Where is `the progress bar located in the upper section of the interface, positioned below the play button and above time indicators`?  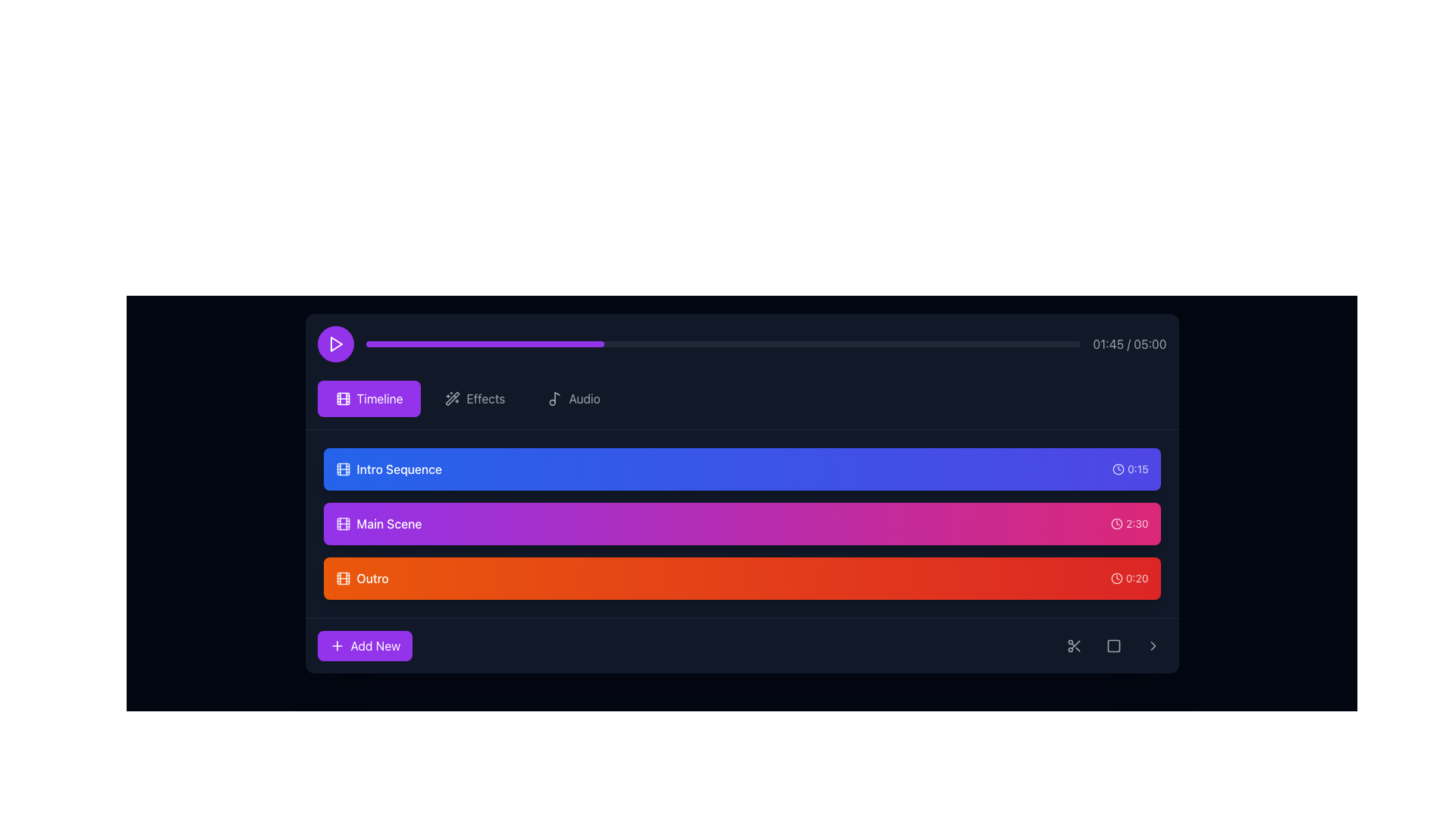 the progress bar located in the upper section of the interface, positioned below the play button and above time indicators is located at coordinates (722, 344).